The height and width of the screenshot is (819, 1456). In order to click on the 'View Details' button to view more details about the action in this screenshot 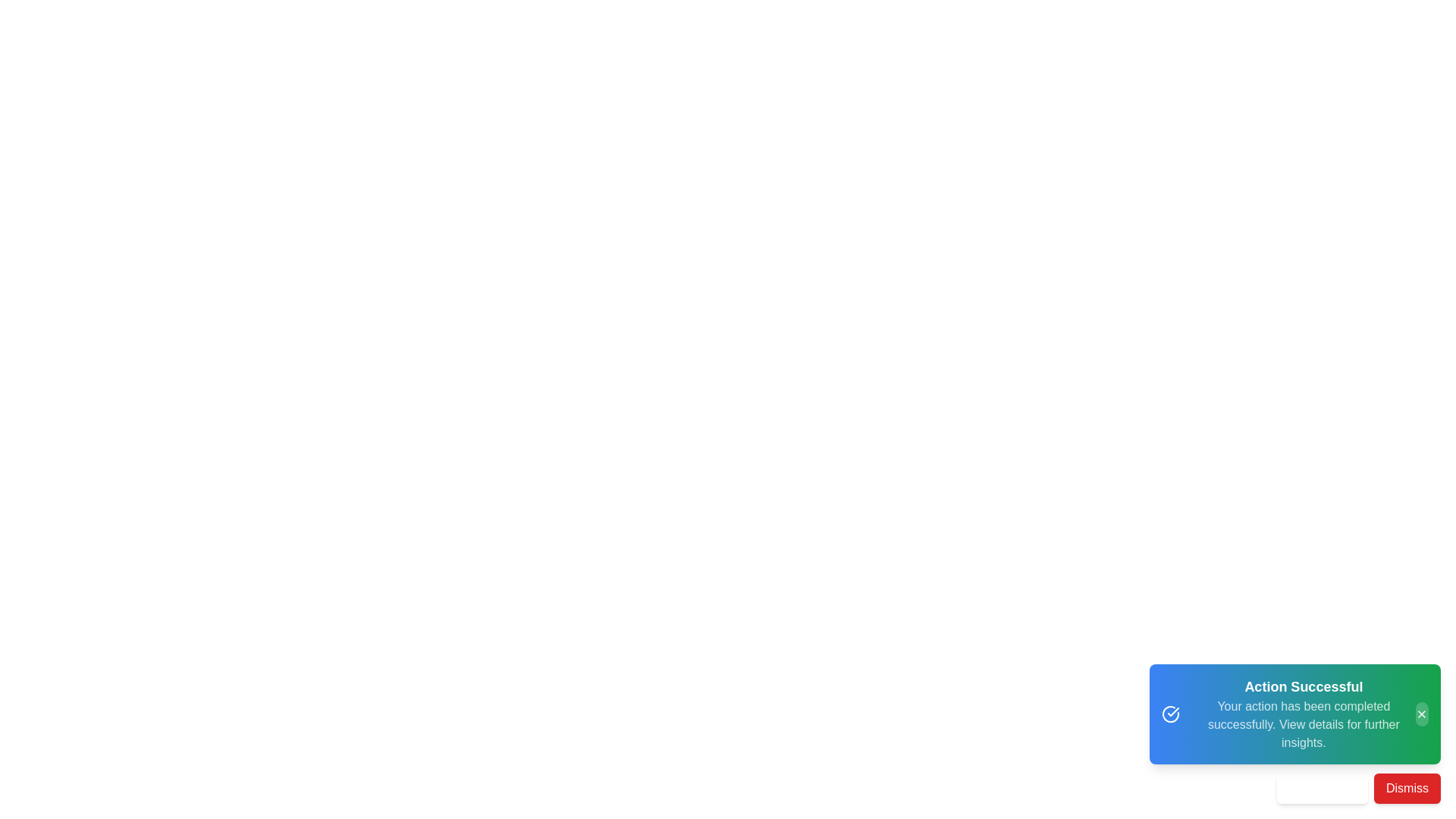, I will do `click(1321, 788)`.